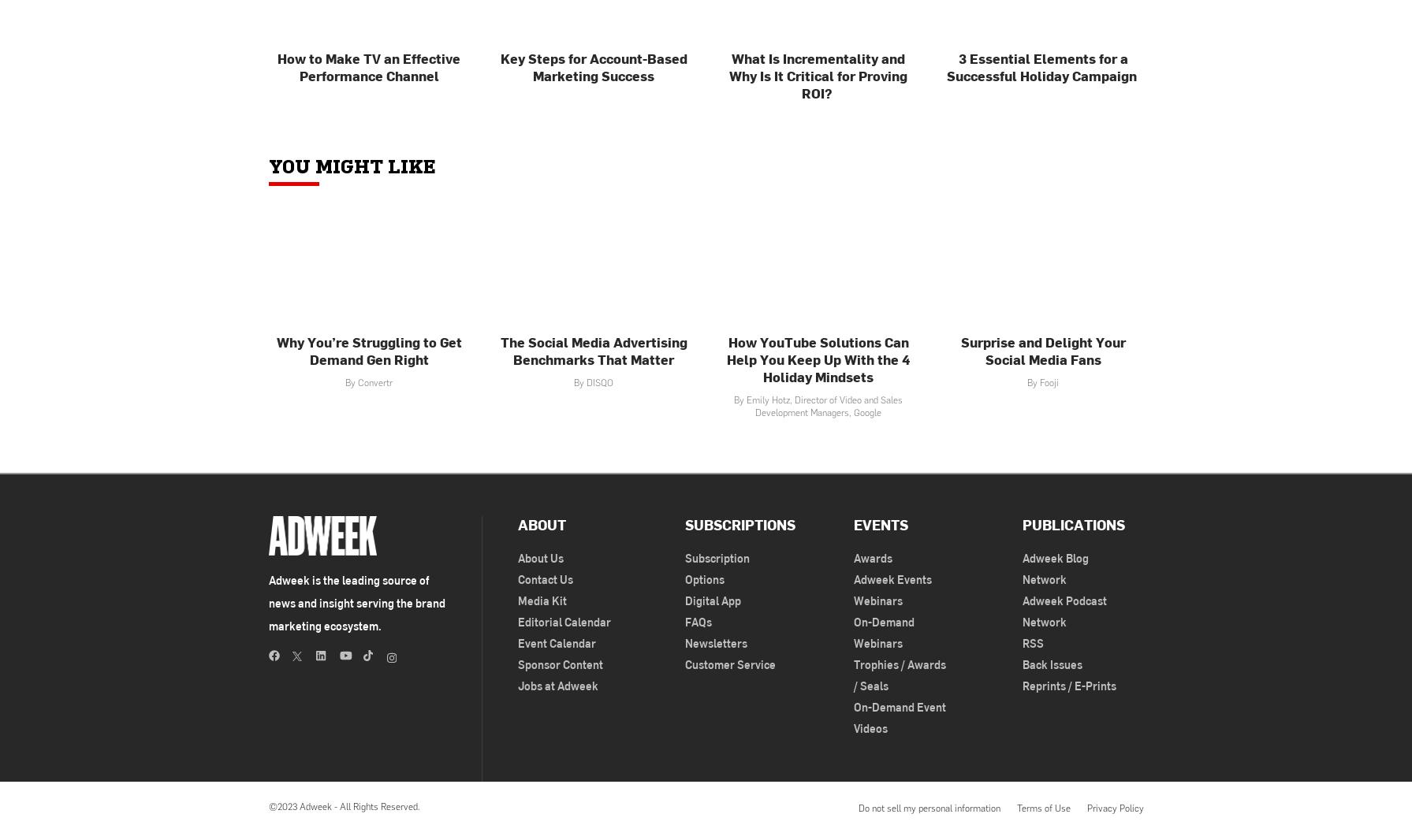 This screenshot has height=840, width=1412. I want to click on 'How YouTube Solutions Can Help You Keep Up With the 4 Holiday Mindsets', so click(726, 359).